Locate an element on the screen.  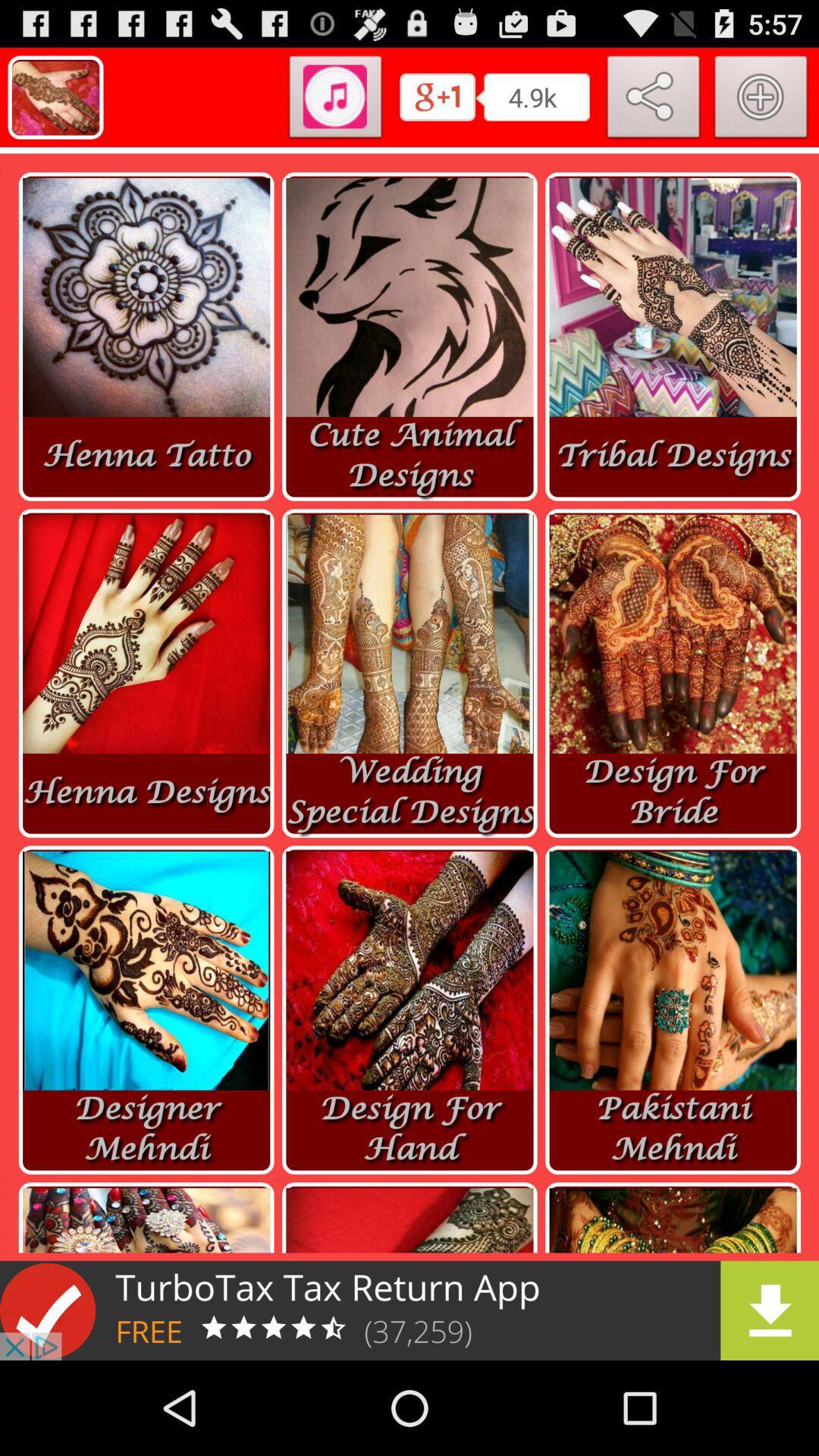
the share icon is located at coordinates (653, 106).